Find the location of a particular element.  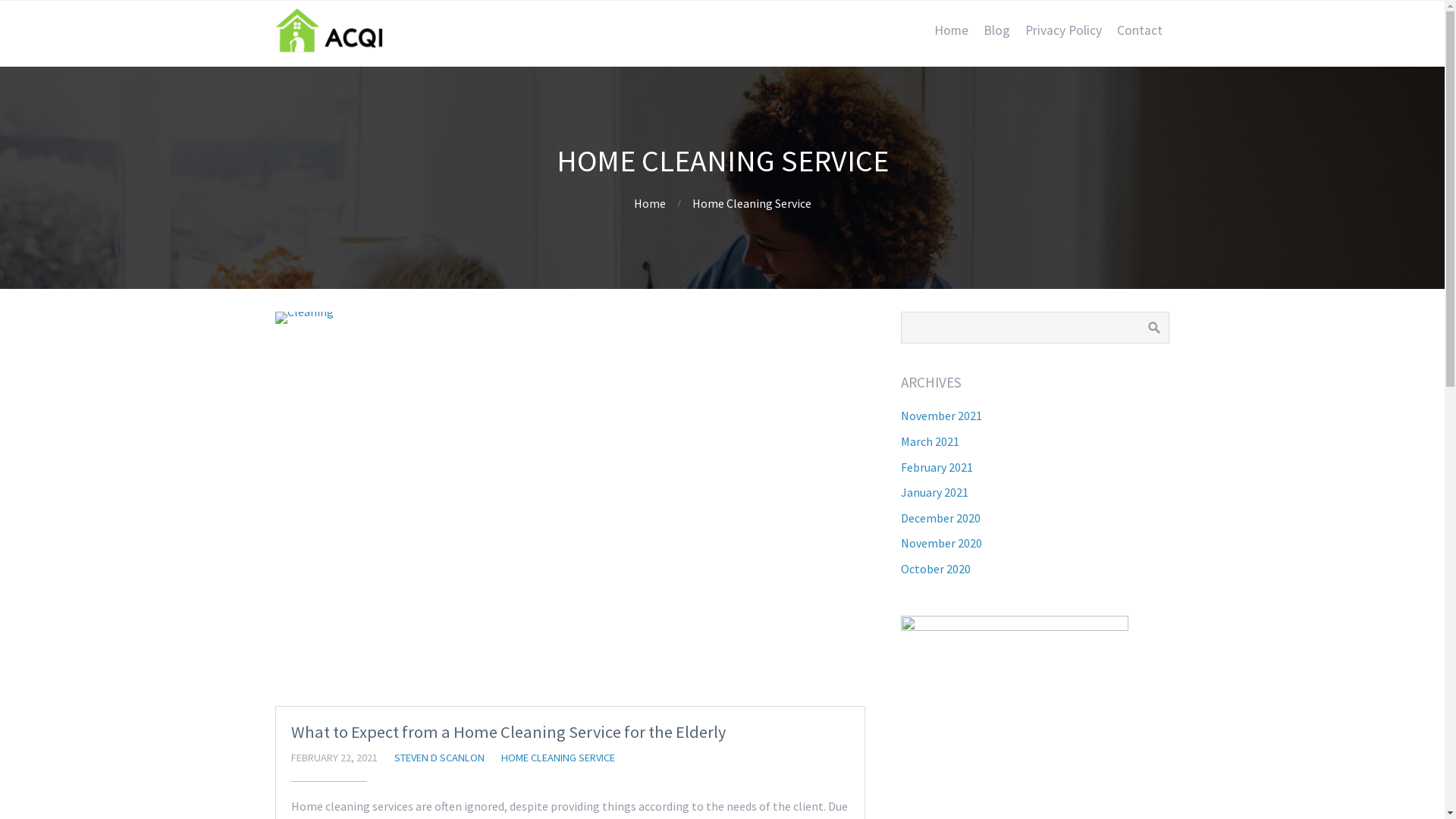

'November 2021' is located at coordinates (940, 415).